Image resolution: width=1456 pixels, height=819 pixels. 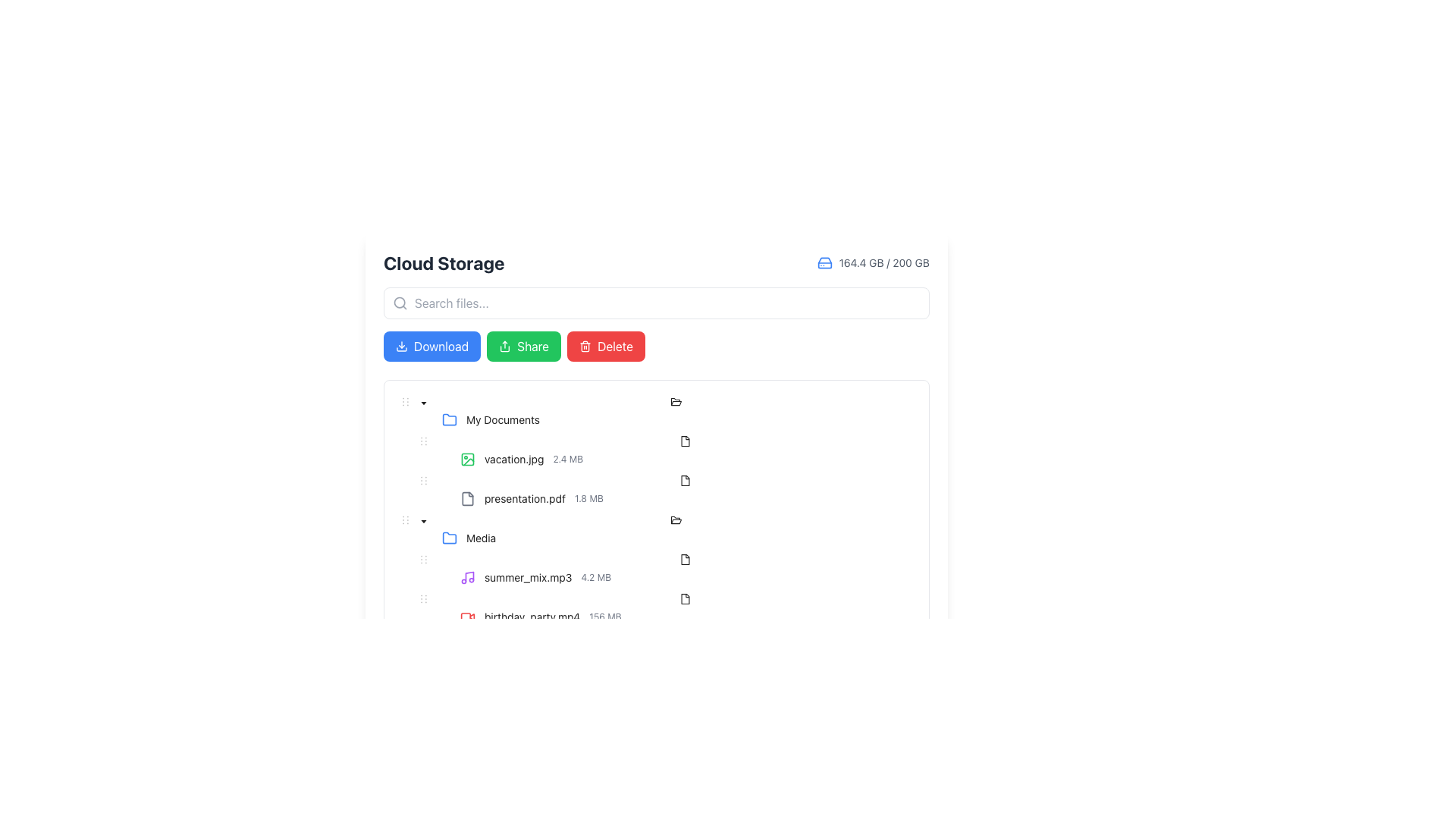 I want to click on the non-interactive tree switcher icon located to the left of the text 'birthday_party.mp4156 MB' in the tree structure, so click(x=441, y=607).